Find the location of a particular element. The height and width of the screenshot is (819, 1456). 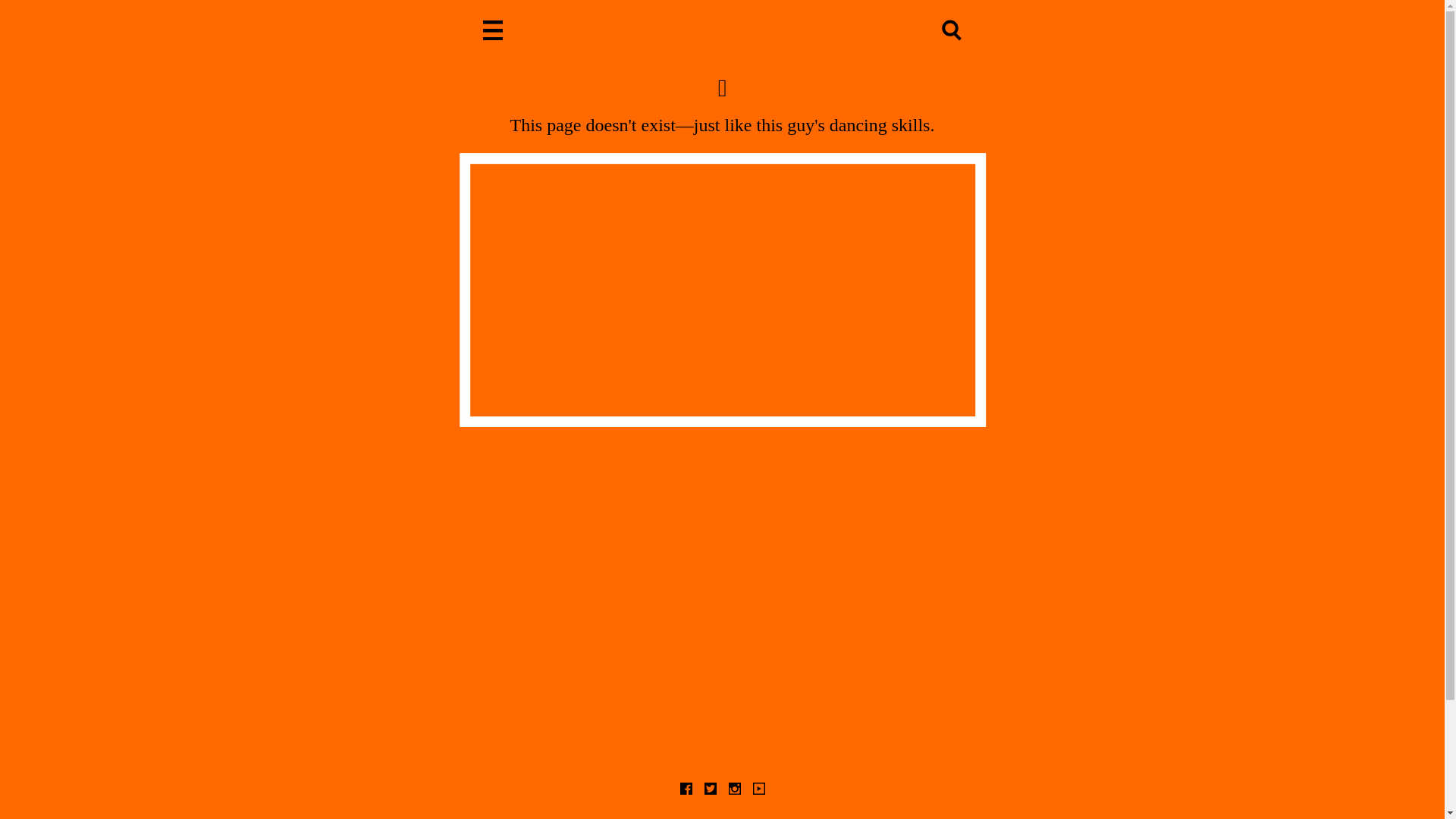

'social-logos-FB1' is located at coordinates (684, 789).